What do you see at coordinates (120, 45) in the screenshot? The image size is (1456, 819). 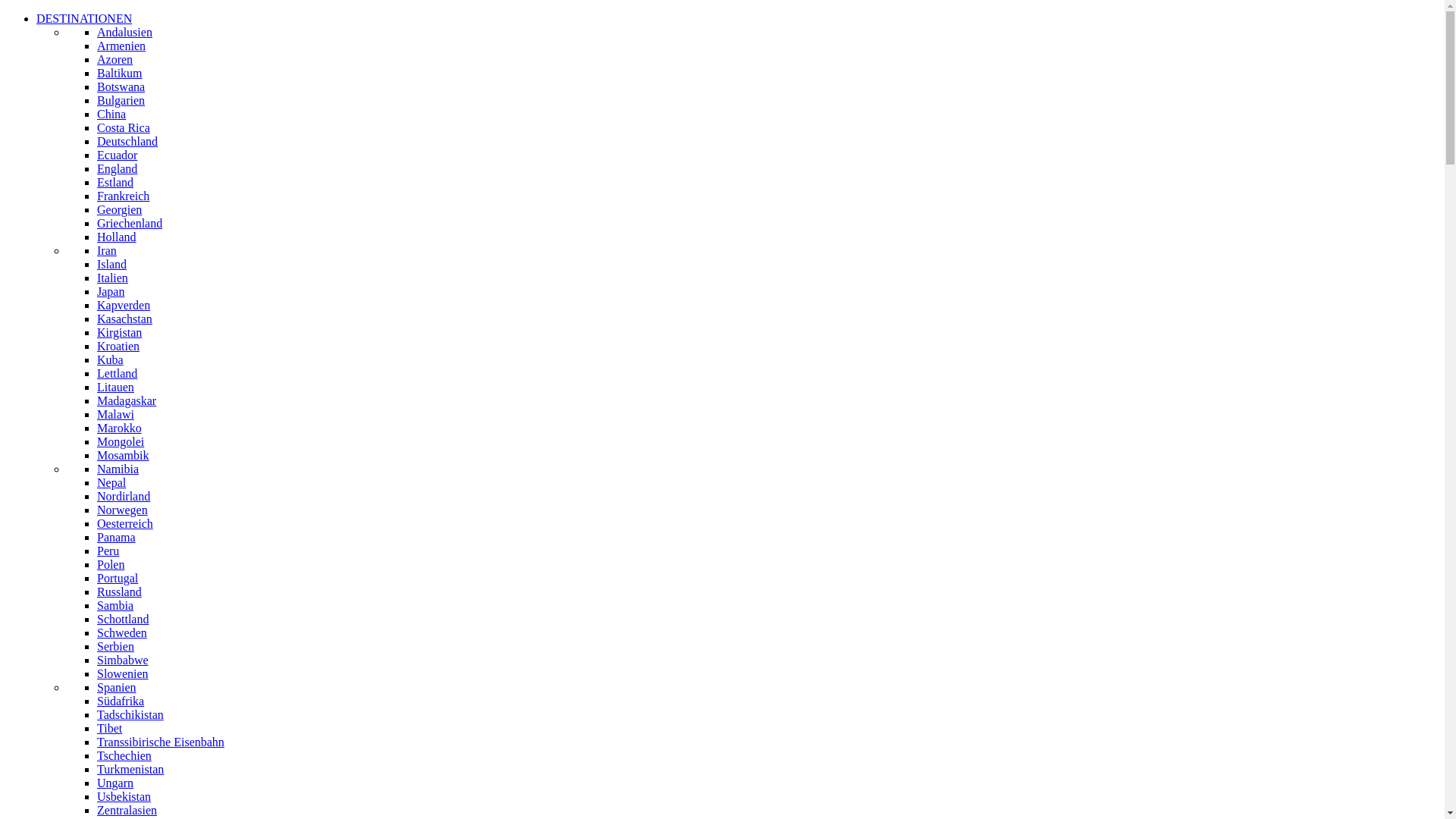 I see `'Armenien'` at bounding box center [120, 45].